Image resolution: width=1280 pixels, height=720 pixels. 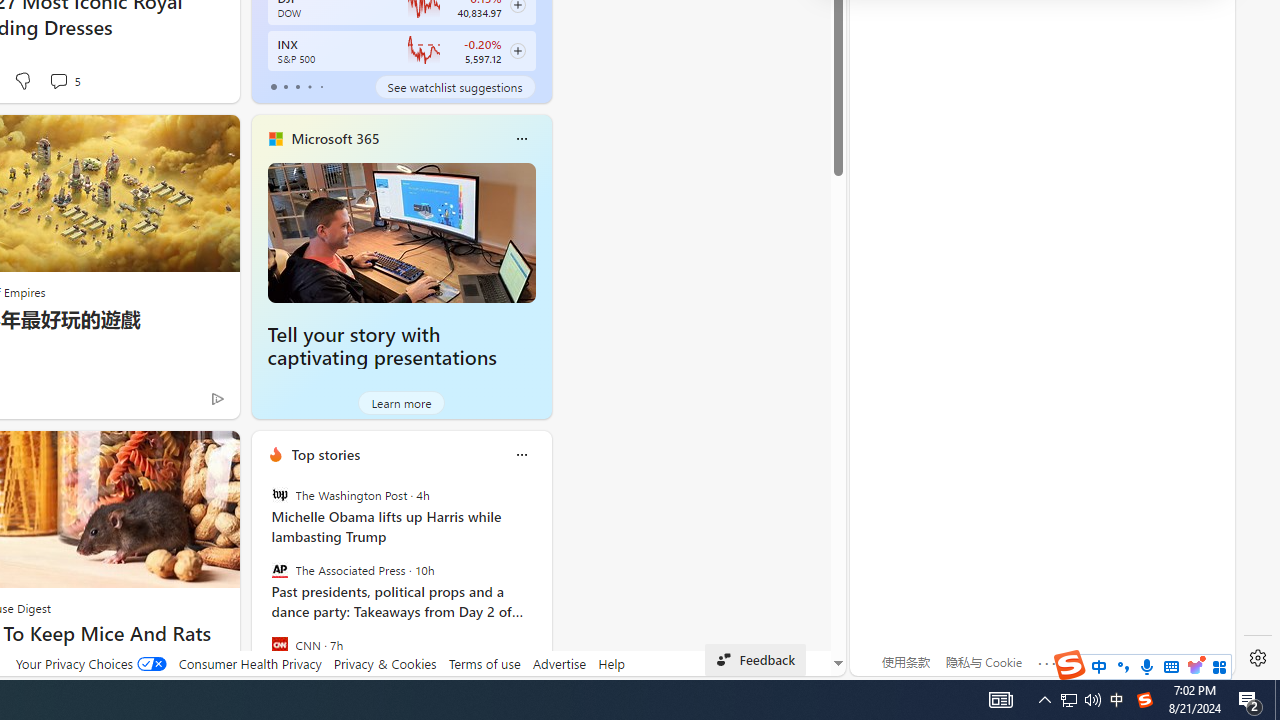 What do you see at coordinates (321, 86) in the screenshot?
I see `'tab-4'` at bounding box center [321, 86].